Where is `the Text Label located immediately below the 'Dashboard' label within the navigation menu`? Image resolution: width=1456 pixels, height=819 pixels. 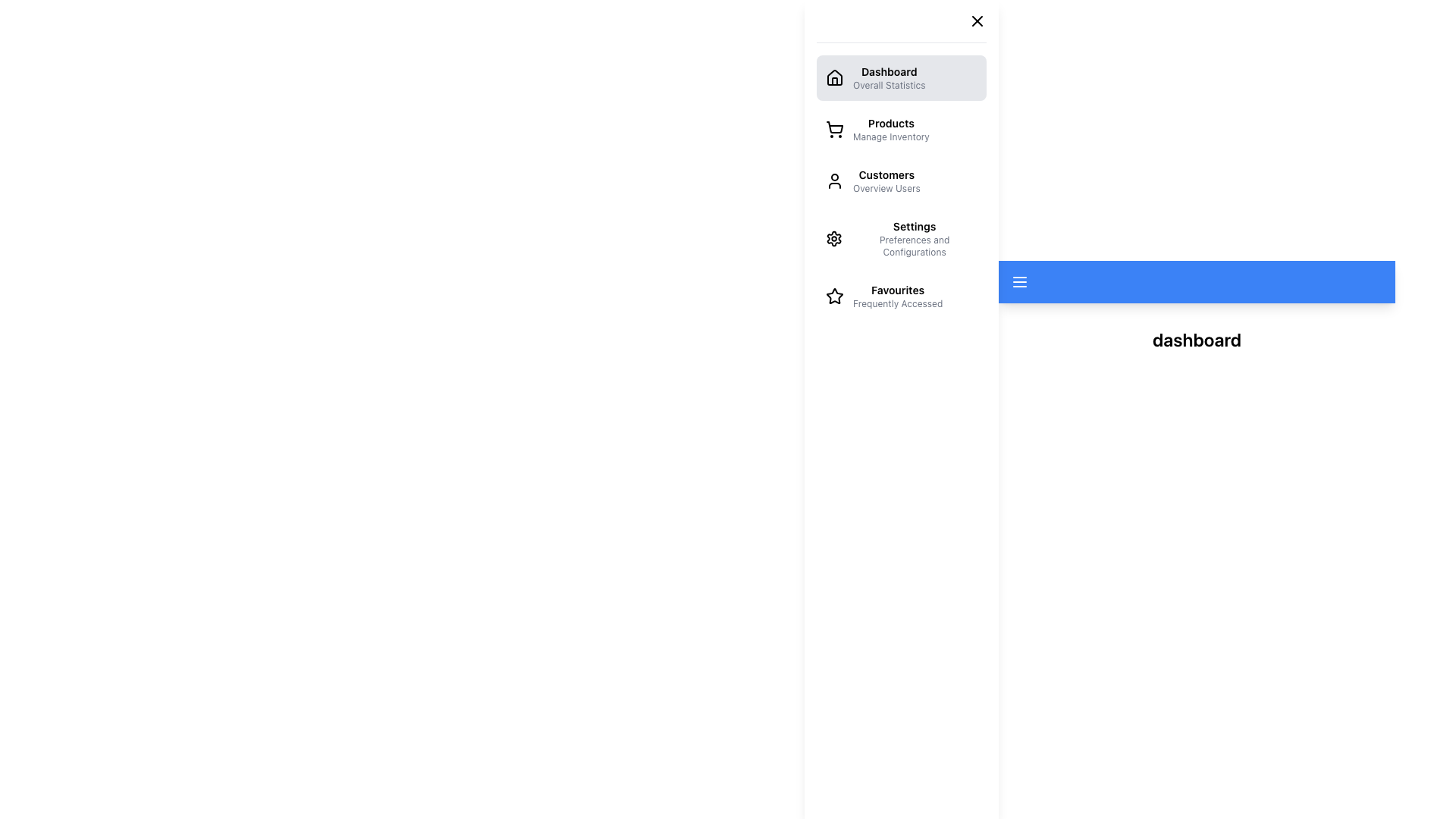 the Text Label located immediately below the 'Dashboard' label within the navigation menu is located at coordinates (889, 85).